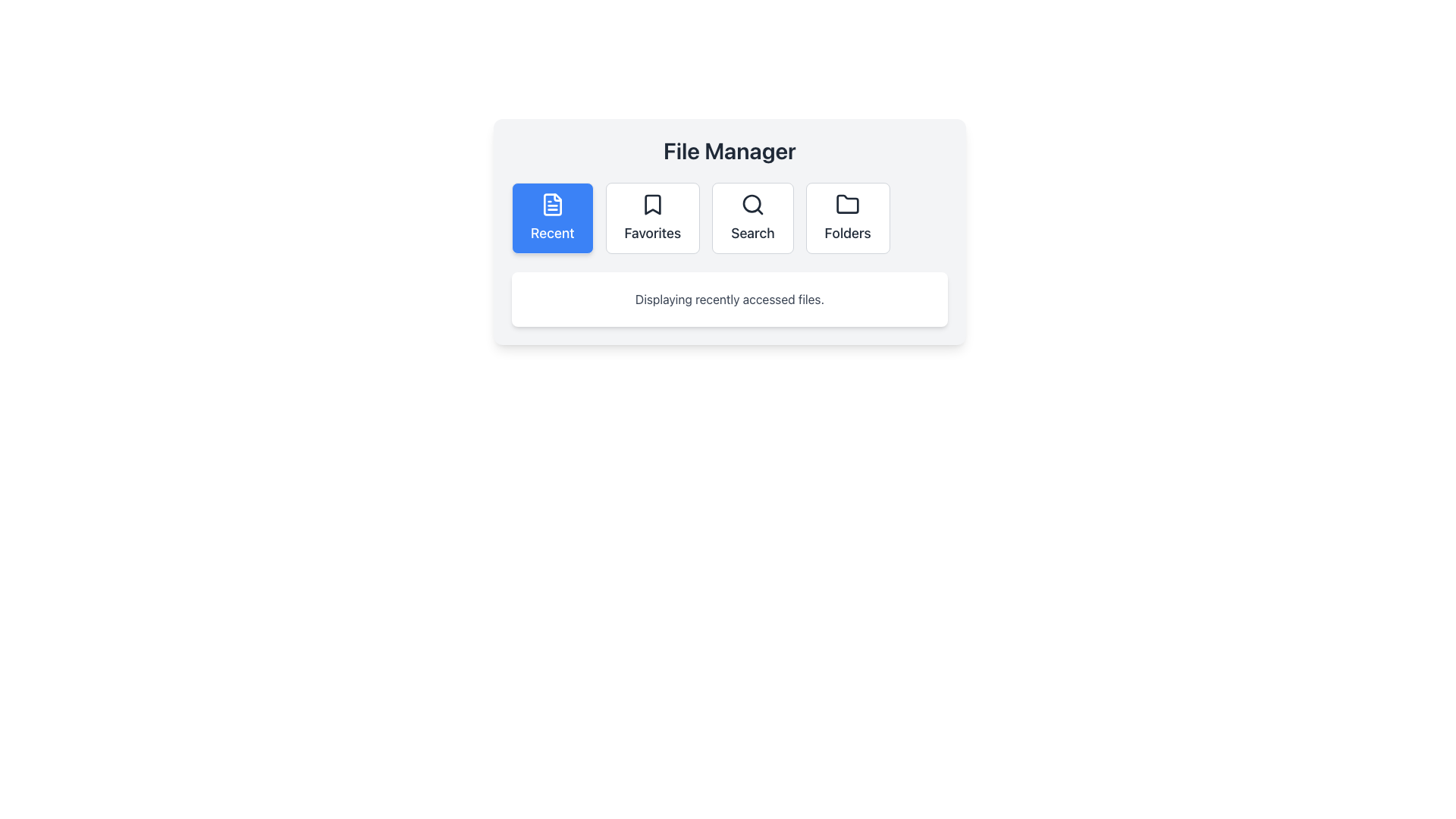 This screenshot has width=1456, height=819. Describe the element at coordinates (752, 234) in the screenshot. I see `the 'Search' text label in the 'File Manager' interface, which is styled with a dark gray font color and is the third element in a set of four options` at that location.